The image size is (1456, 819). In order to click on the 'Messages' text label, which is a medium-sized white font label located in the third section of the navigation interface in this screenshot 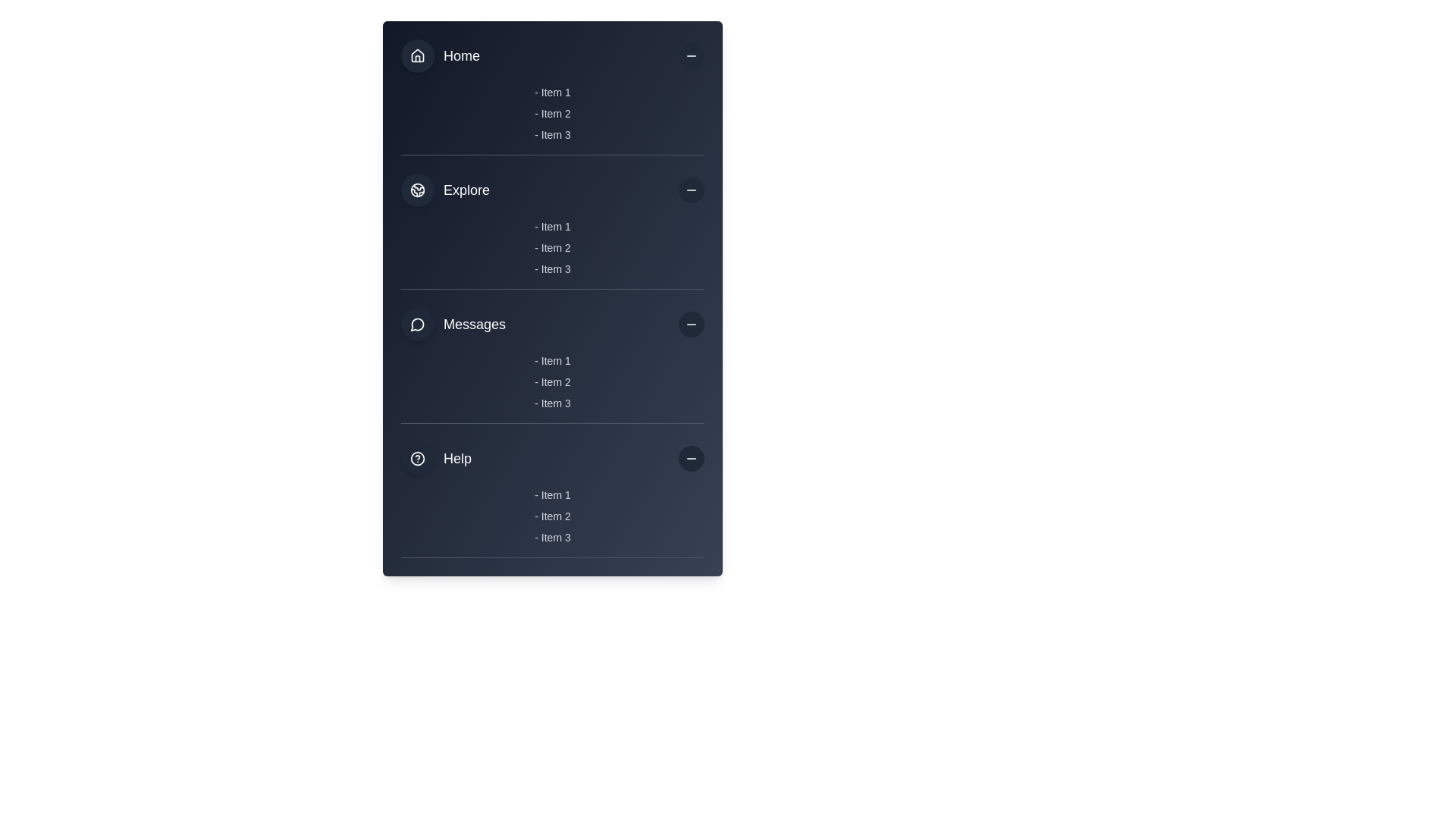, I will do `click(474, 324)`.